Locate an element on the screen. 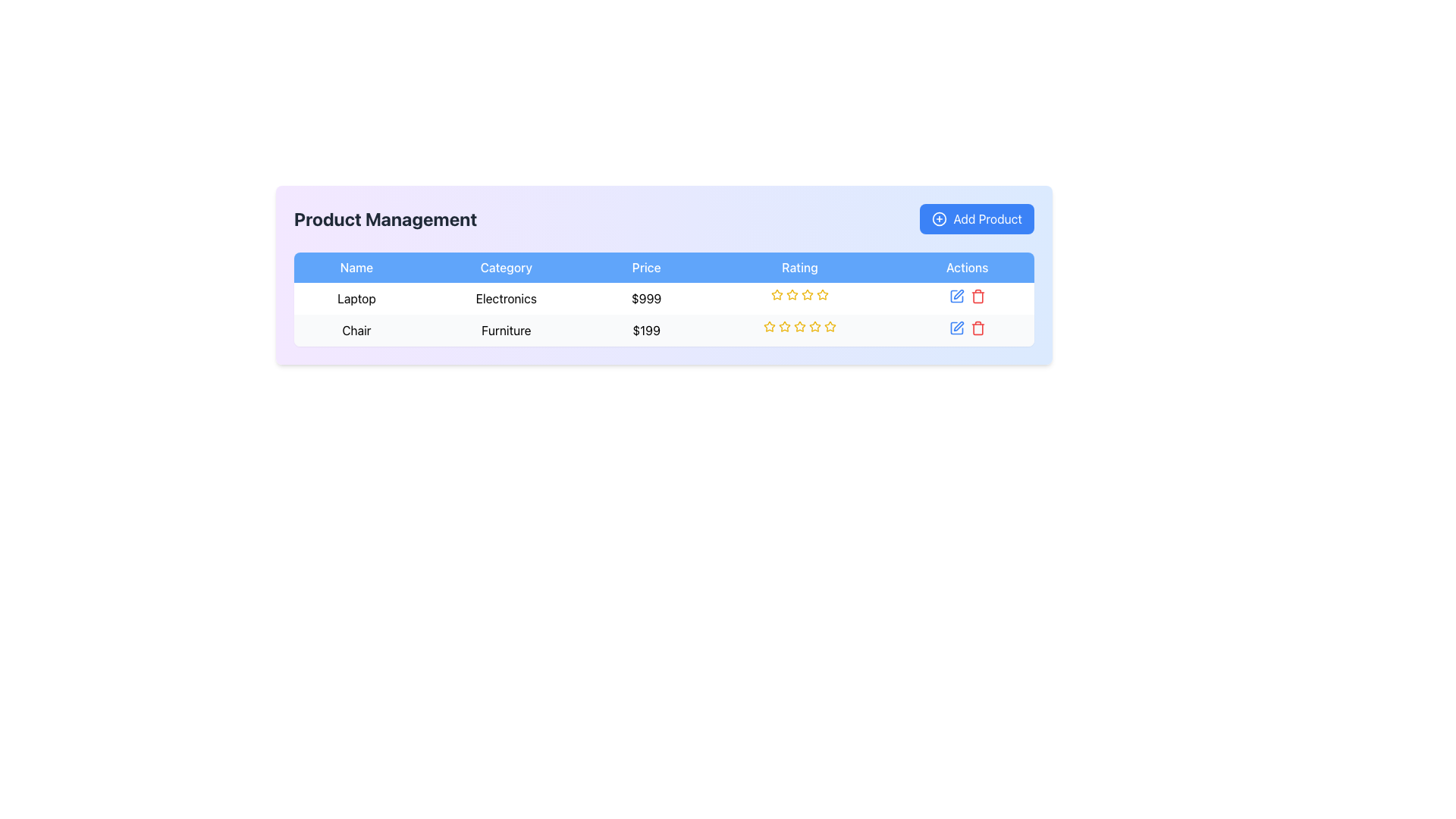  the yellow filled star icon in the 'Rating' column of the second row corresponding to the product 'Chair' is located at coordinates (785, 325).